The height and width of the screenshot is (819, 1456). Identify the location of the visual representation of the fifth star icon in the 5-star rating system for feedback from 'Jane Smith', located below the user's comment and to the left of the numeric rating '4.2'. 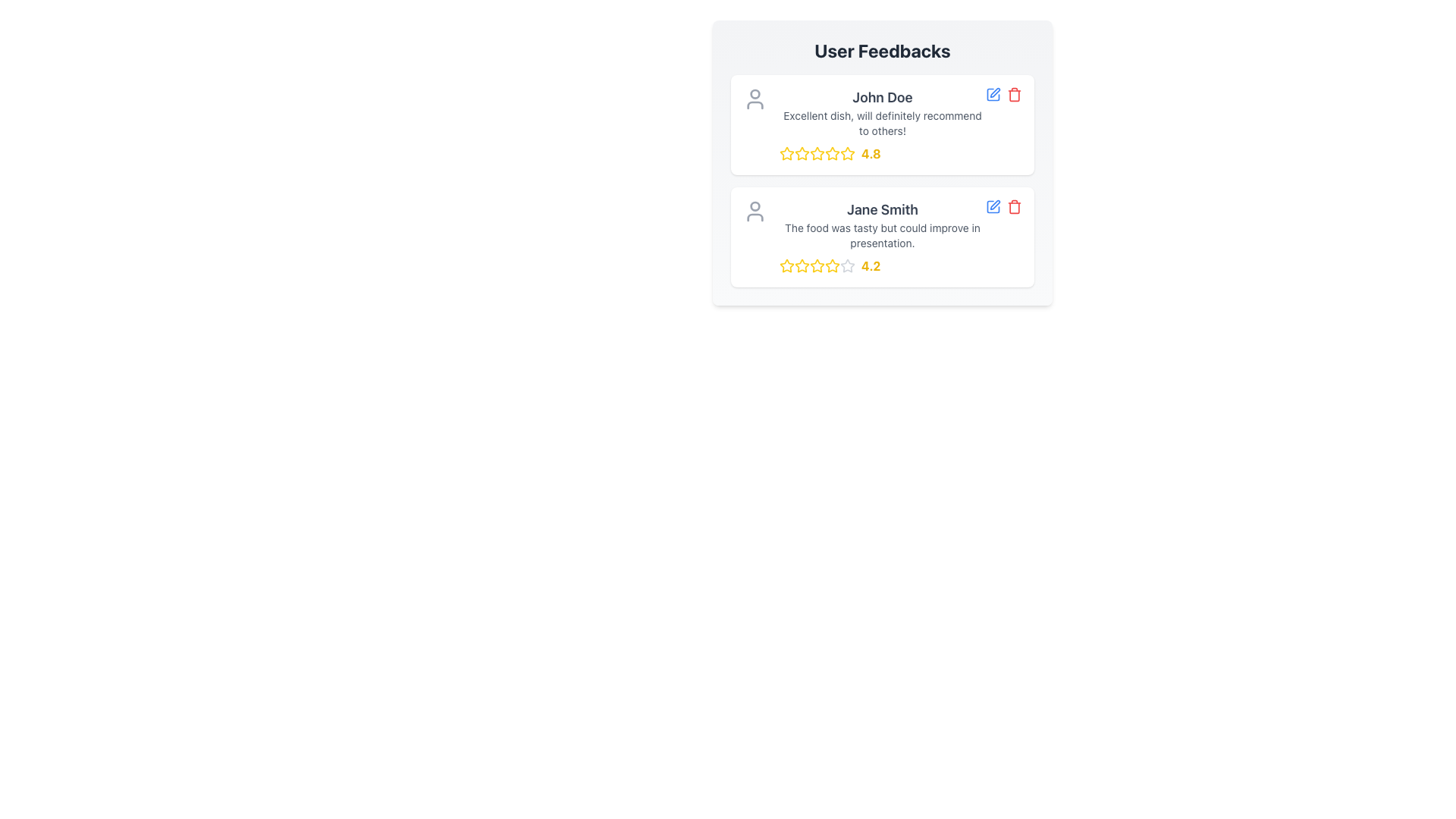
(832, 265).